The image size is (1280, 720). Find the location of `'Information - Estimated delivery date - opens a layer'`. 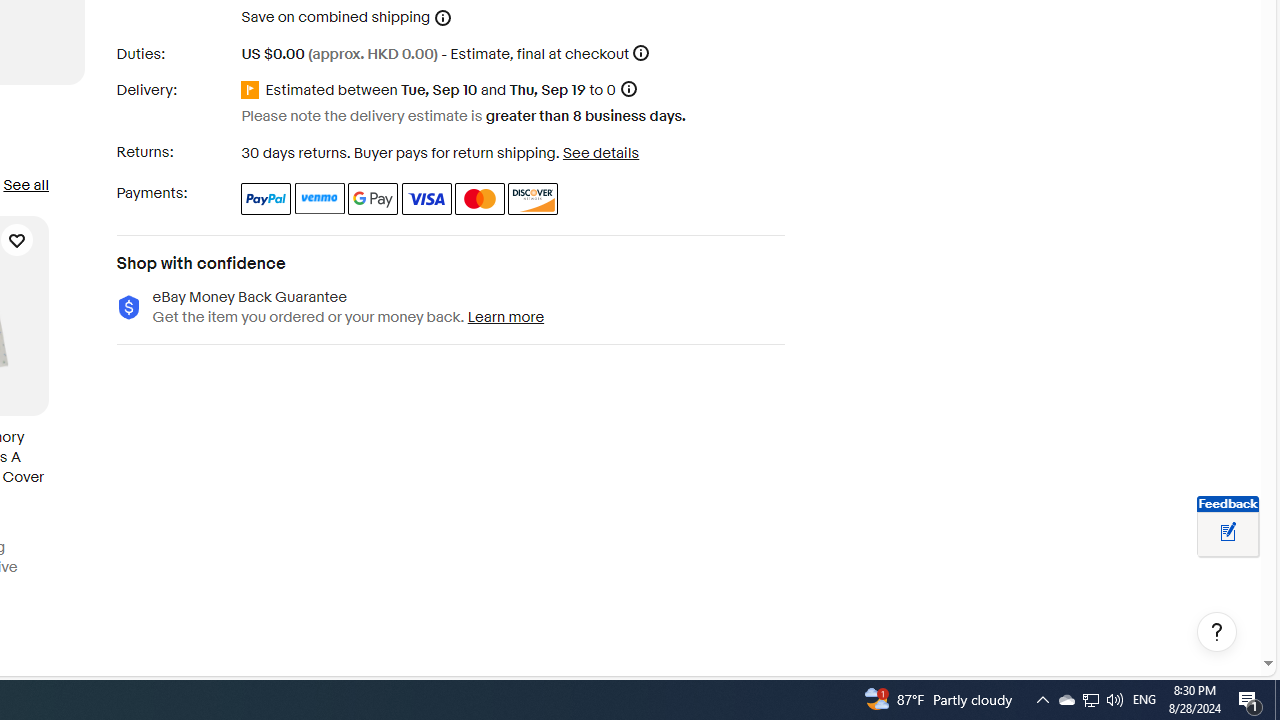

'Information - Estimated delivery date - opens a layer' is located at coordinates (627, 88).